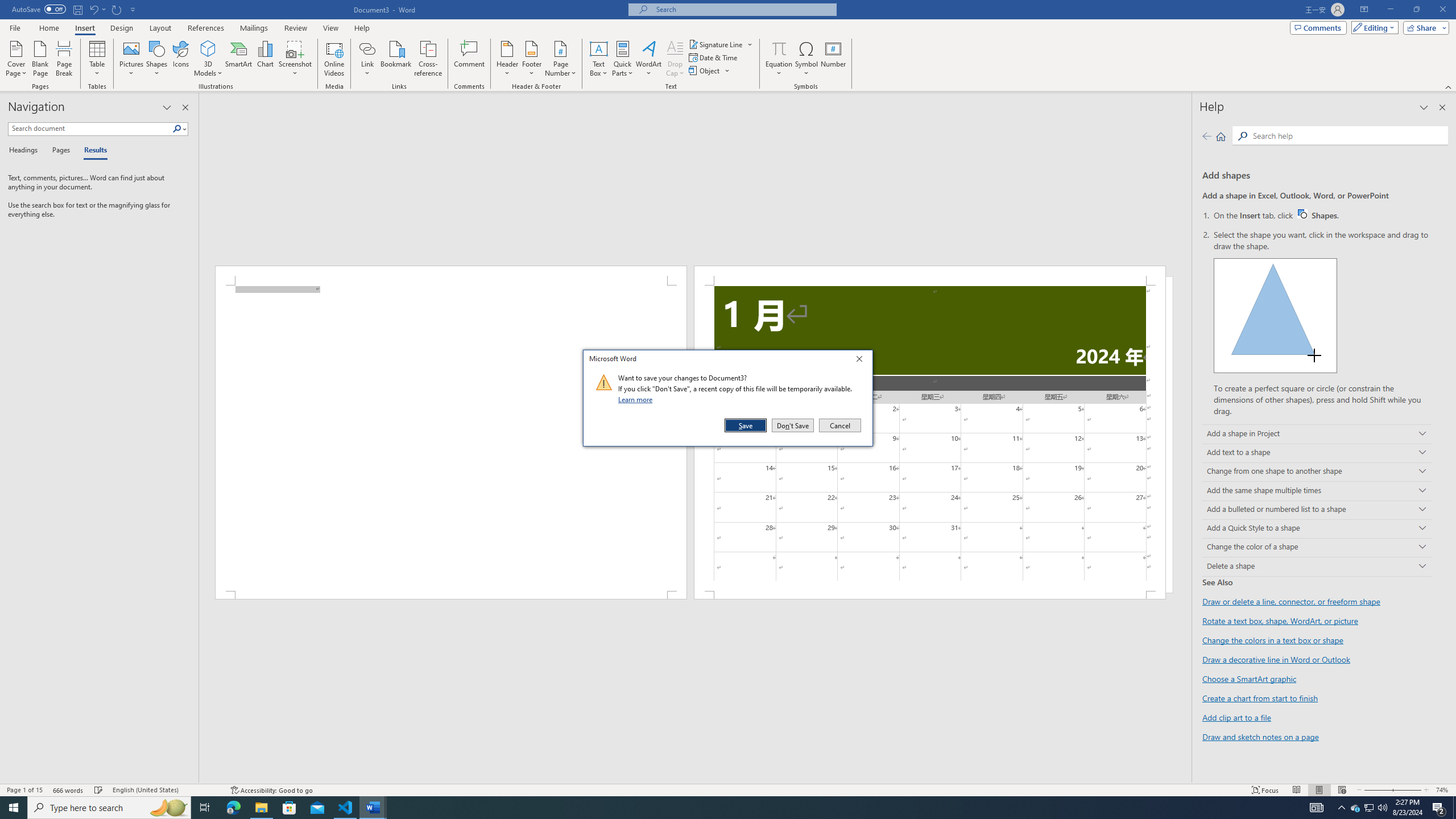 This screenshot has height=819, width=1456. I want to click on 'Icons', so click(180, 59).